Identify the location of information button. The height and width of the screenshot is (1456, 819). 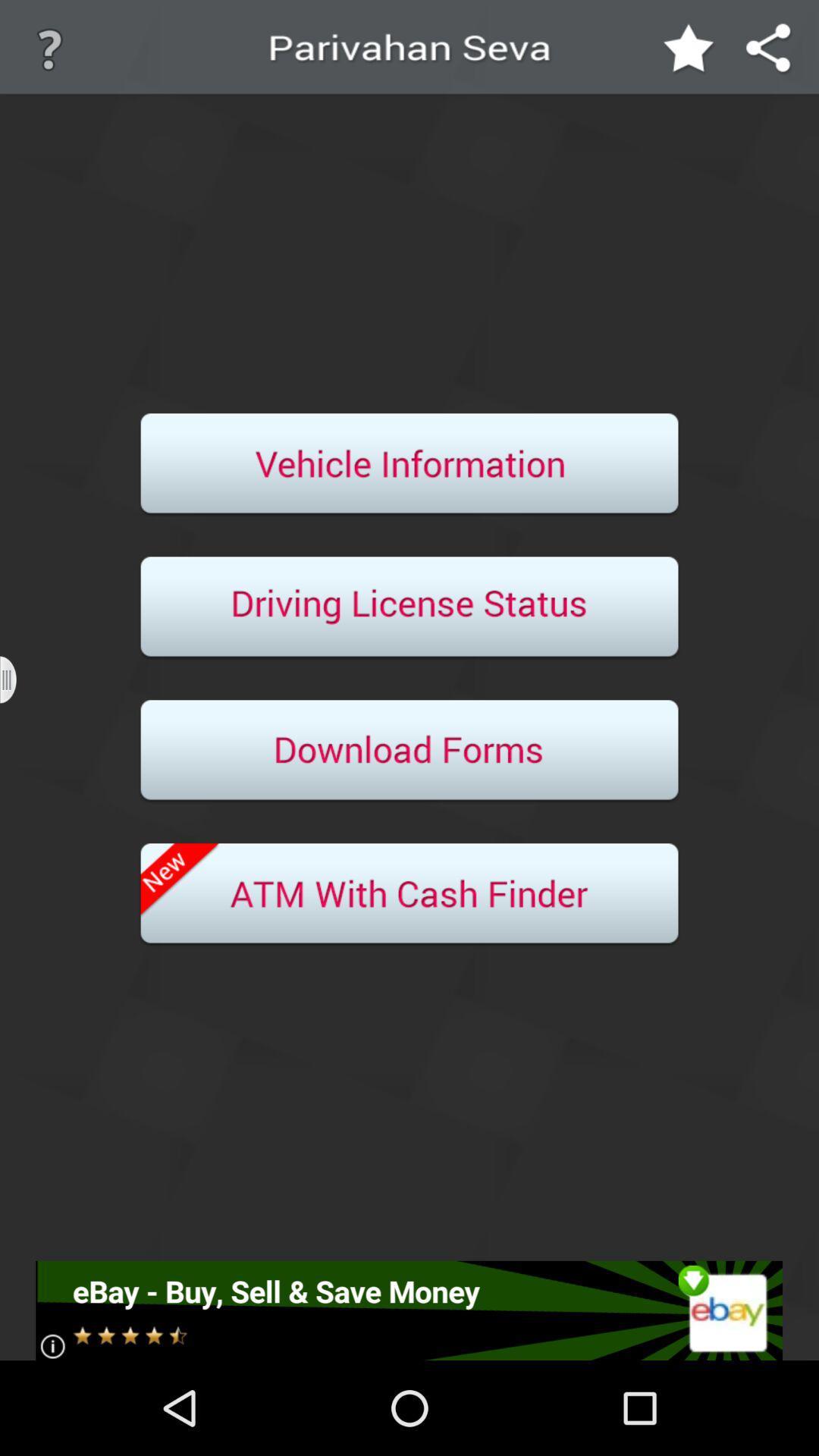
(409, 464).